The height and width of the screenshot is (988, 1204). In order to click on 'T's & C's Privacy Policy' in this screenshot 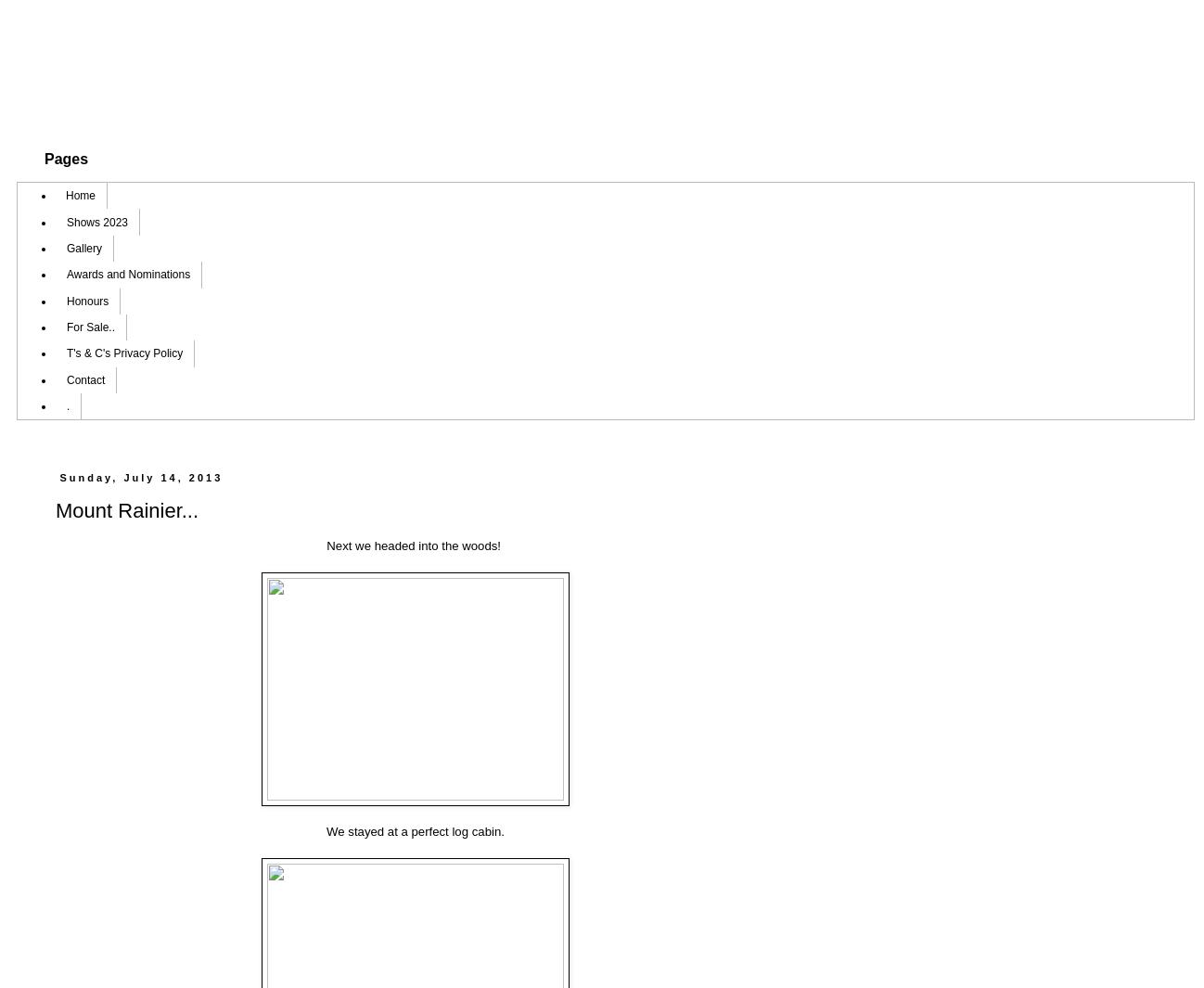, I will do `click(123, 352)`.